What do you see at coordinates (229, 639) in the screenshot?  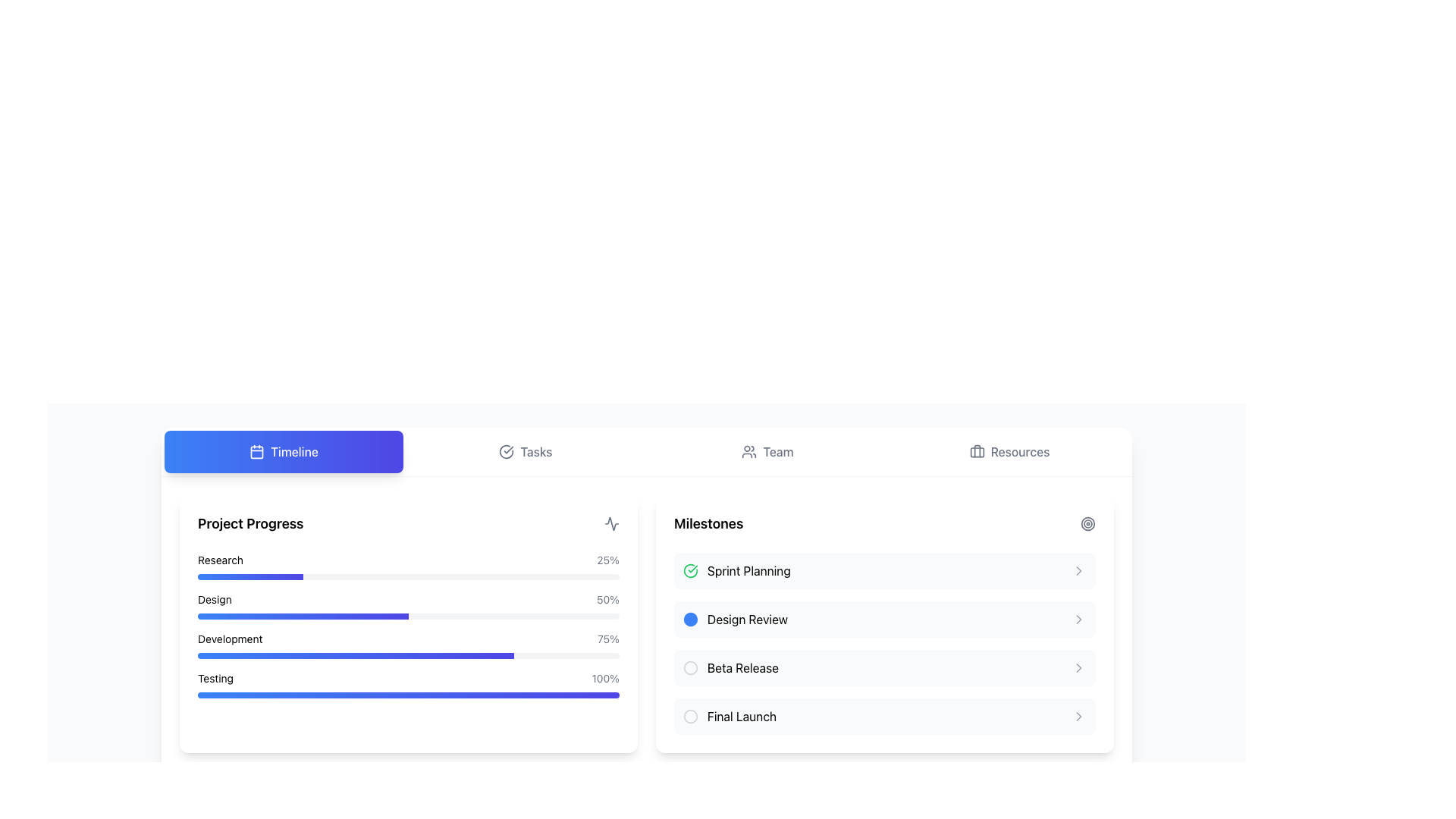 I see `the 'Project Progress' text label` at bounding box center [229, 639].